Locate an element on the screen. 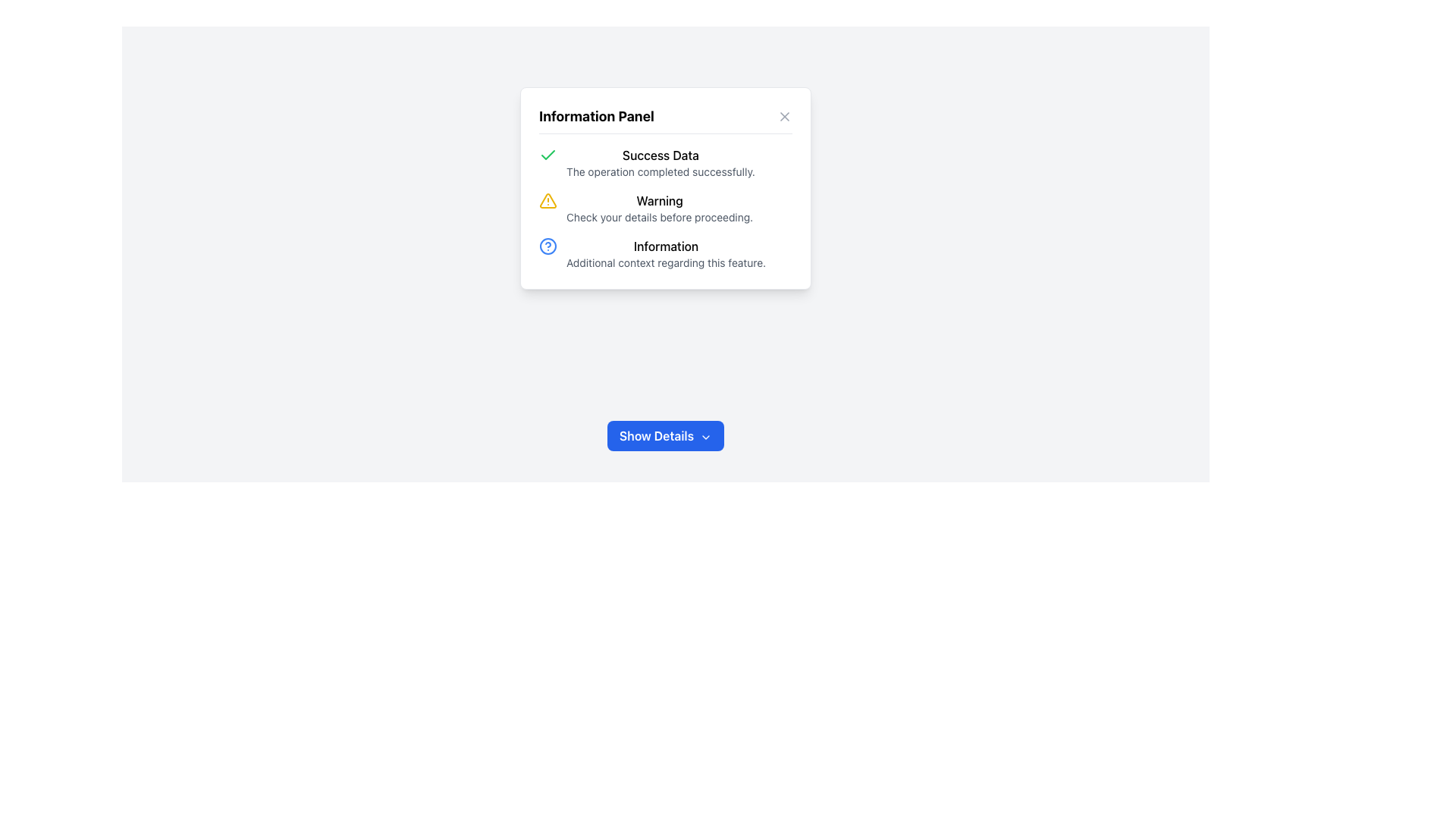  the close button located in the top right-hand corner of the 'Information Panel' is located at coordinates (785, 116).